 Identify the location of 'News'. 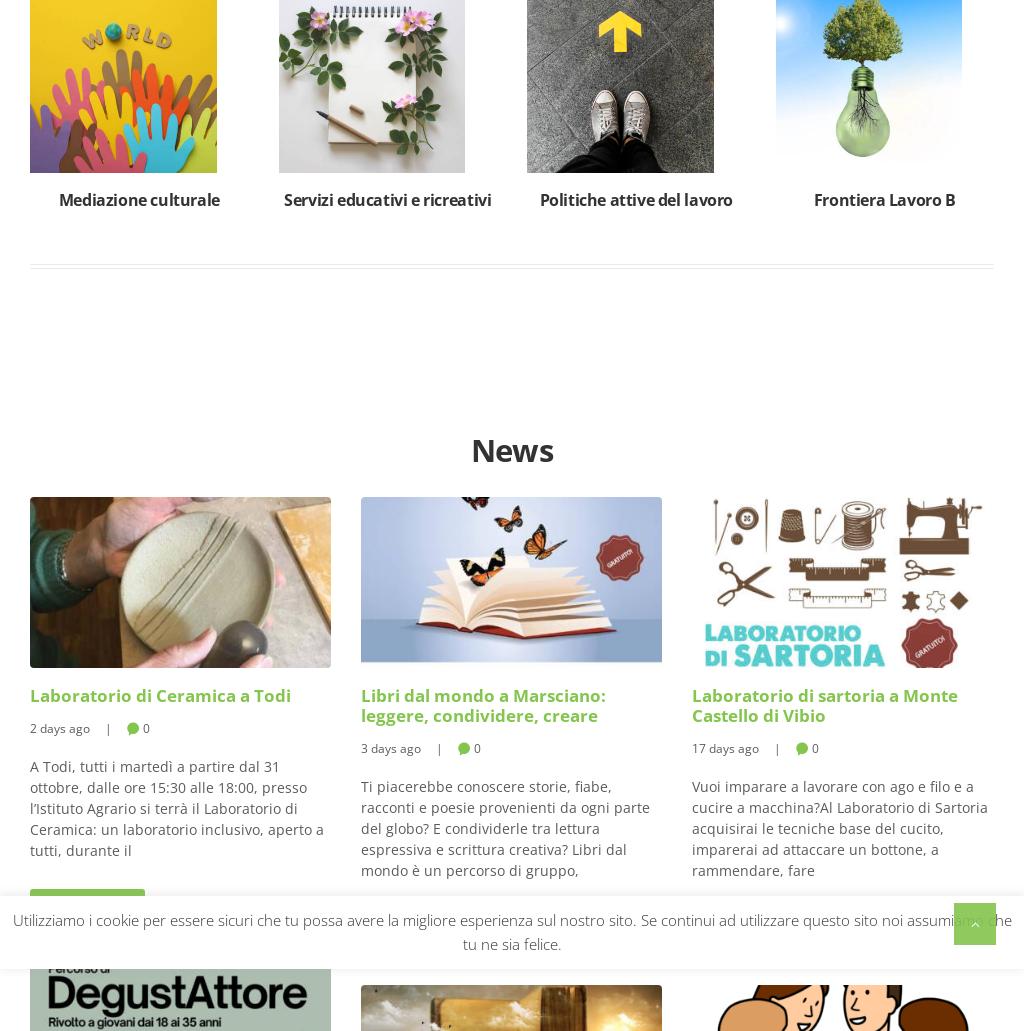
(510, 450).